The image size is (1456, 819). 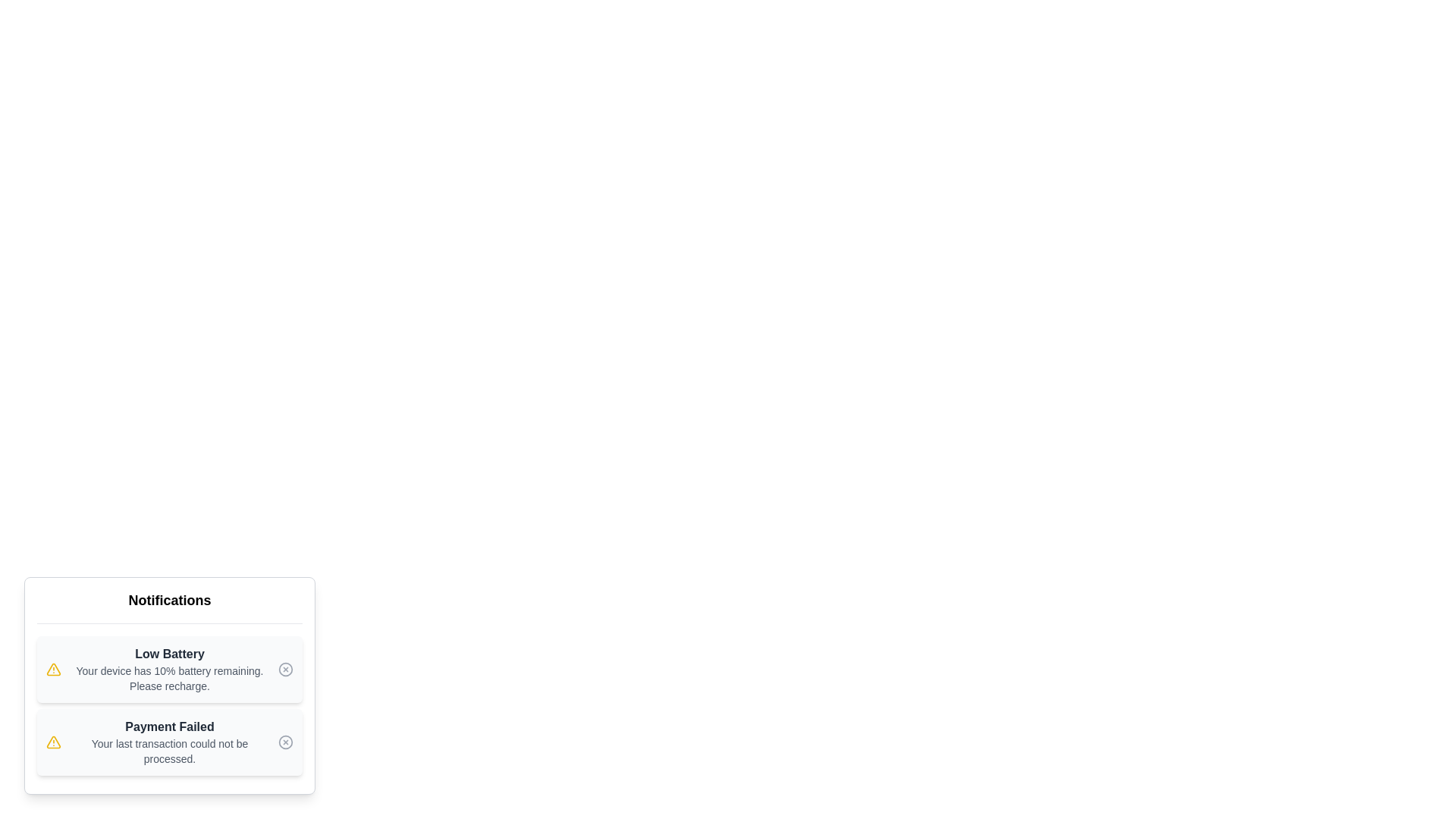 I want to click on the circular icon located in the second notification box, which indicates a failure or error, so click(x=286, y=669).